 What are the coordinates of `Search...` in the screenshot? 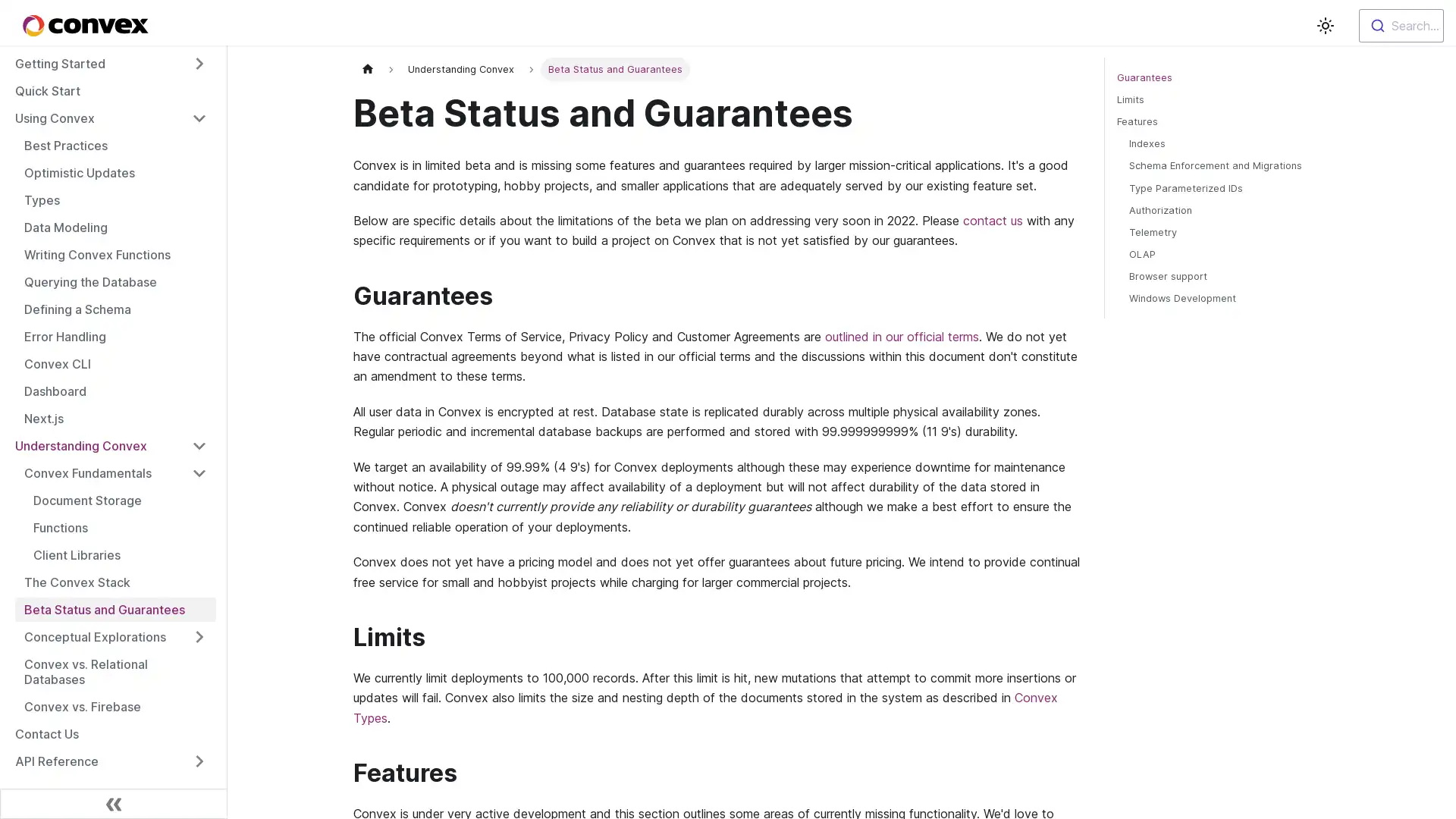 It's located at (1401, 26).